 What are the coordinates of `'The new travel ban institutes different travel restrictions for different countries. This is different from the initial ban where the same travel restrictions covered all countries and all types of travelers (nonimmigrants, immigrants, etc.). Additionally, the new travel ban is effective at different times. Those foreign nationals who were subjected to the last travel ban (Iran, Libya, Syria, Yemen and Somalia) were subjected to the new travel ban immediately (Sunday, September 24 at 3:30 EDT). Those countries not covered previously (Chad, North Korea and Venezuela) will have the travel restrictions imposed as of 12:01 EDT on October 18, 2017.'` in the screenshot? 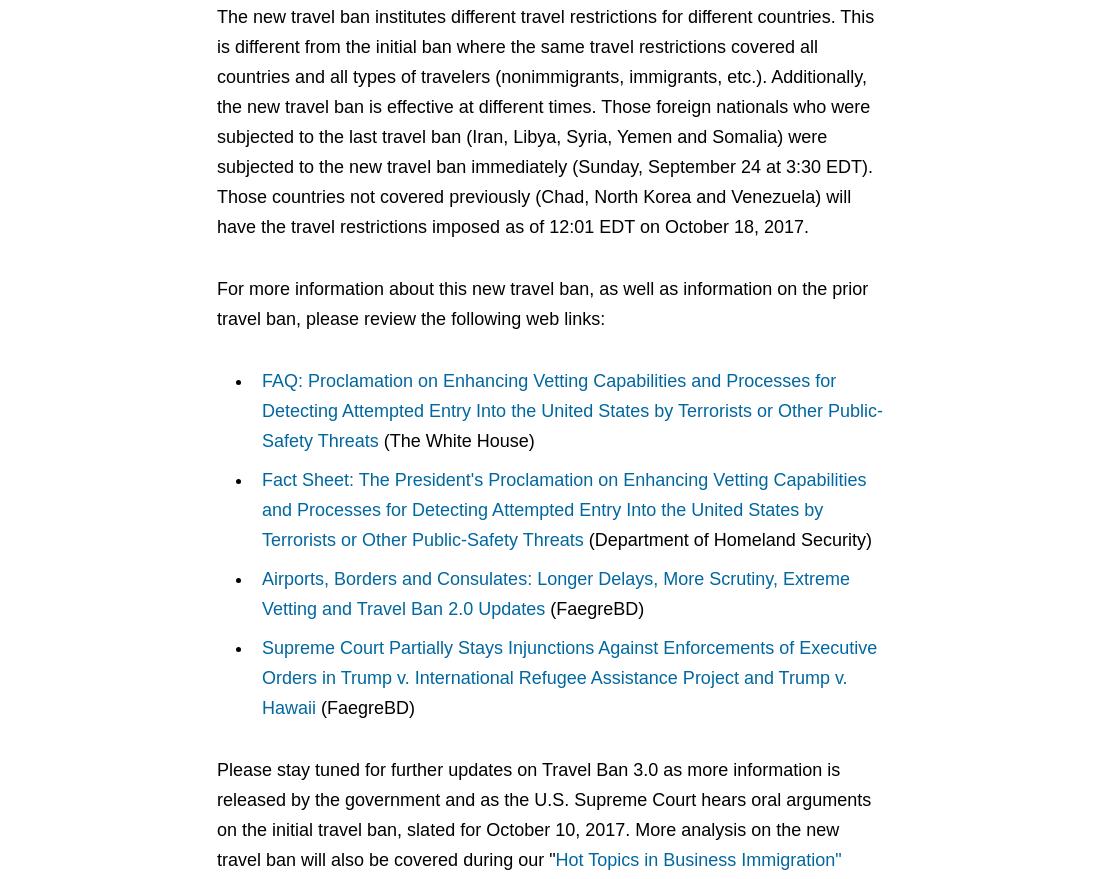 It's located at (217, 121).